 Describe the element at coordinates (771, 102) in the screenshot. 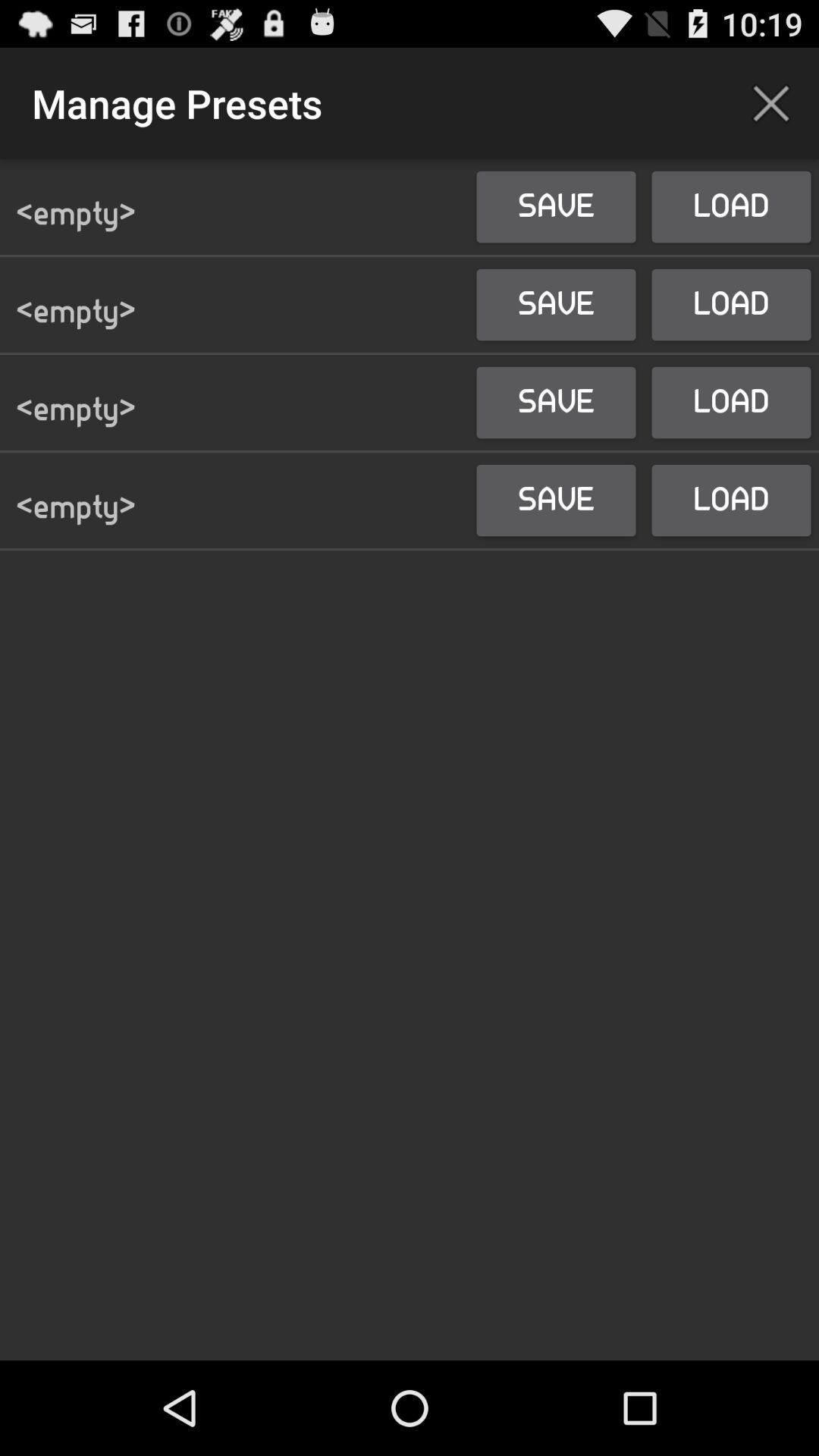

I see `the icon to the right of the save button` at that location.